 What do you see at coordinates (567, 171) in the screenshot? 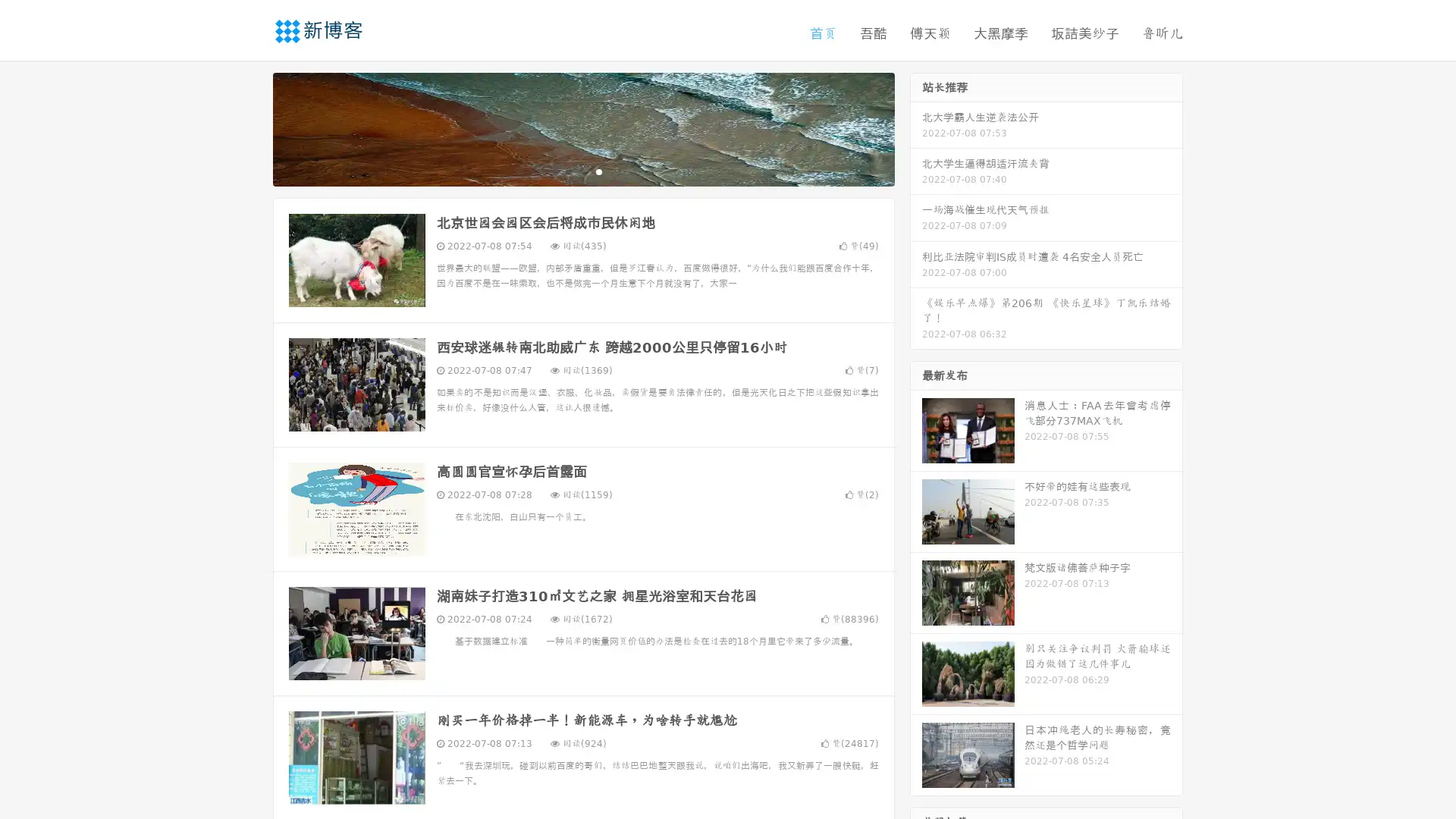
I see `Go to slide 1` at bounding box center [567, 171].